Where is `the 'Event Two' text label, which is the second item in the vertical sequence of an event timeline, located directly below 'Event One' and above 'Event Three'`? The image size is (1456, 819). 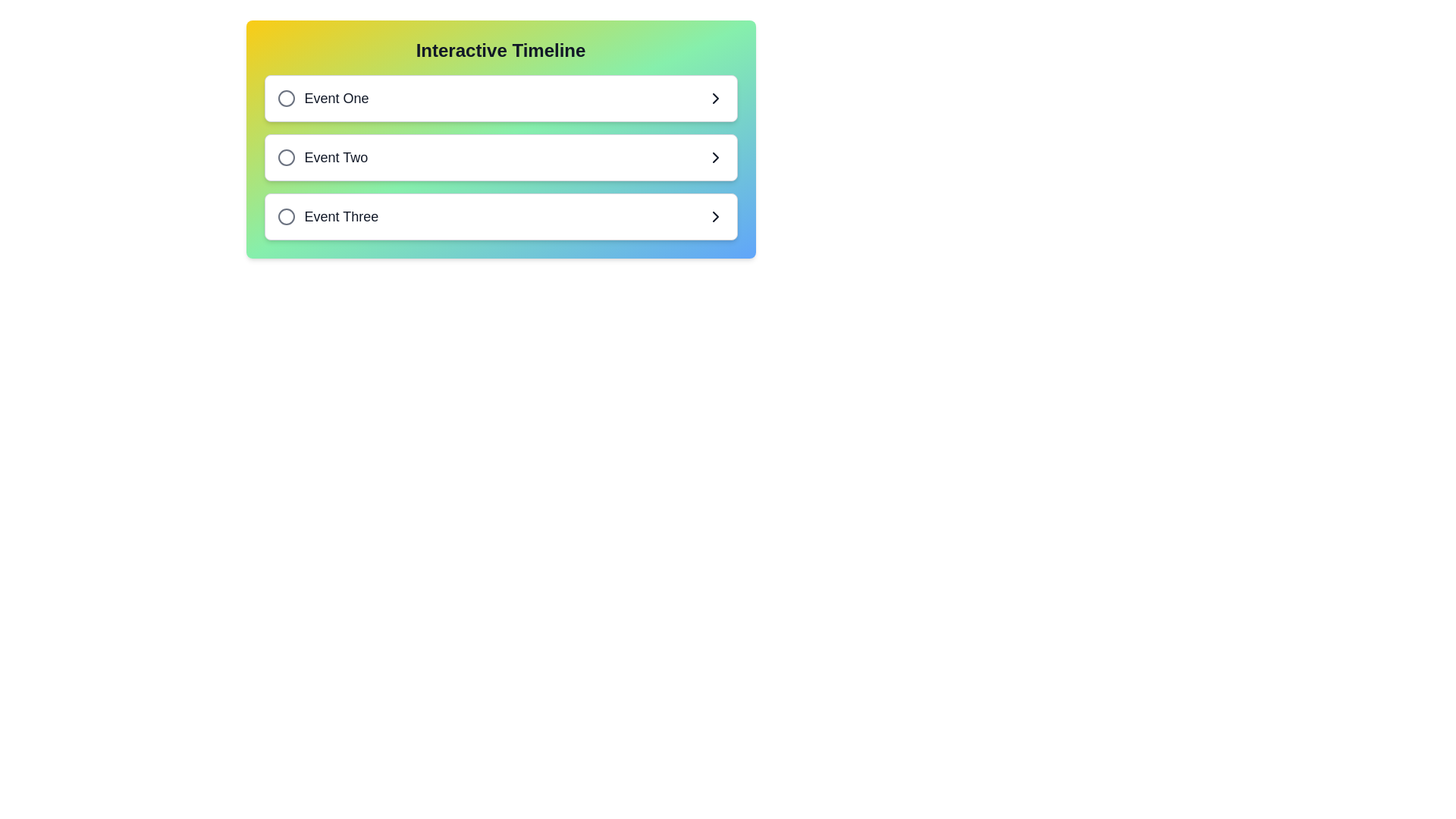
the 'Event Two' text label, which is the second item in the vertical sequence of an event timeline, located directly below 'Event One' and above 'Event Three' is located at coordinates (335, 158).